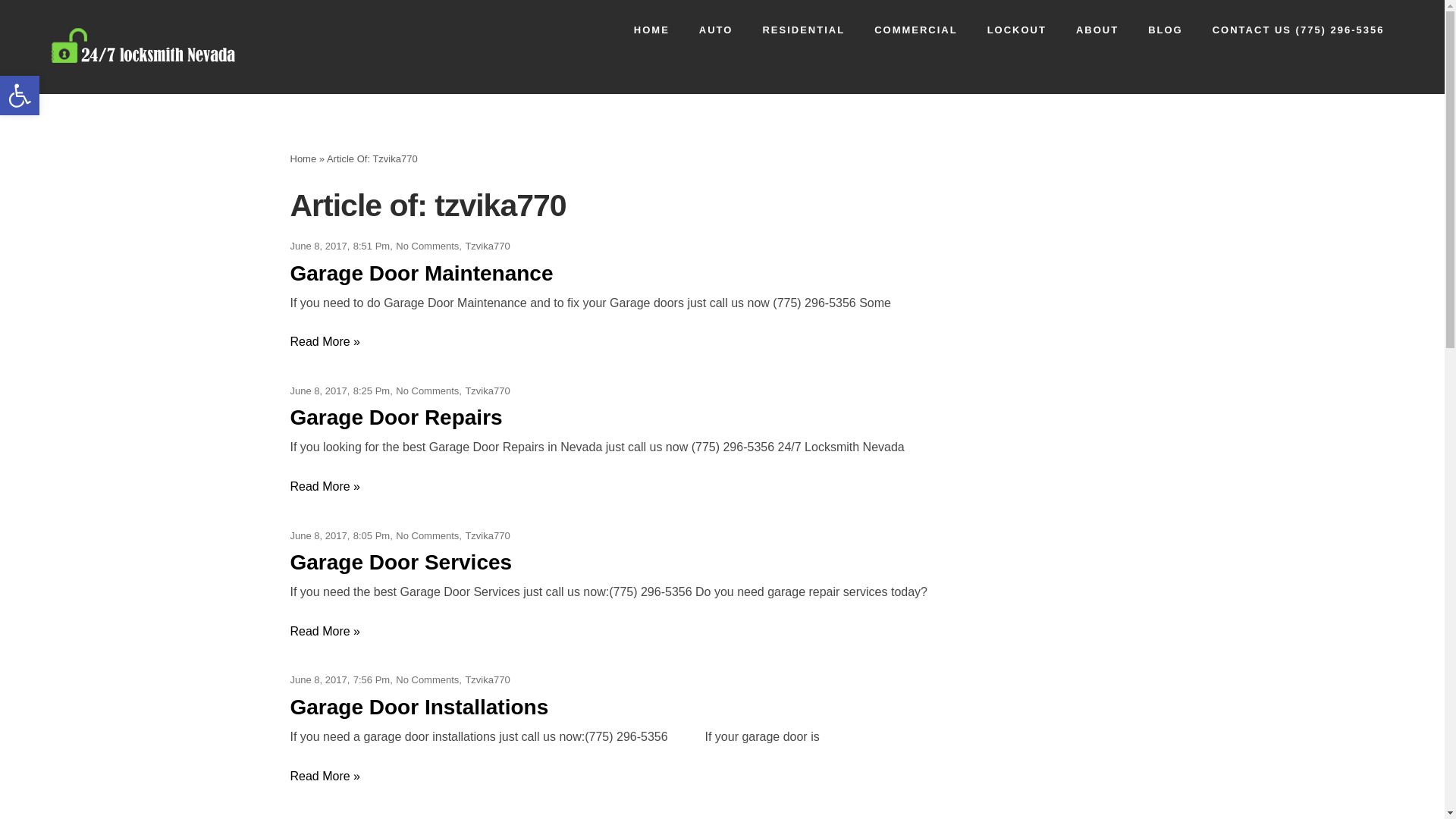 This screenshot has width=1456, height=819. What do you see at coordinates (651, 30) in the screenshot?
I see `'HOME'` at bounding box center [651, 30].